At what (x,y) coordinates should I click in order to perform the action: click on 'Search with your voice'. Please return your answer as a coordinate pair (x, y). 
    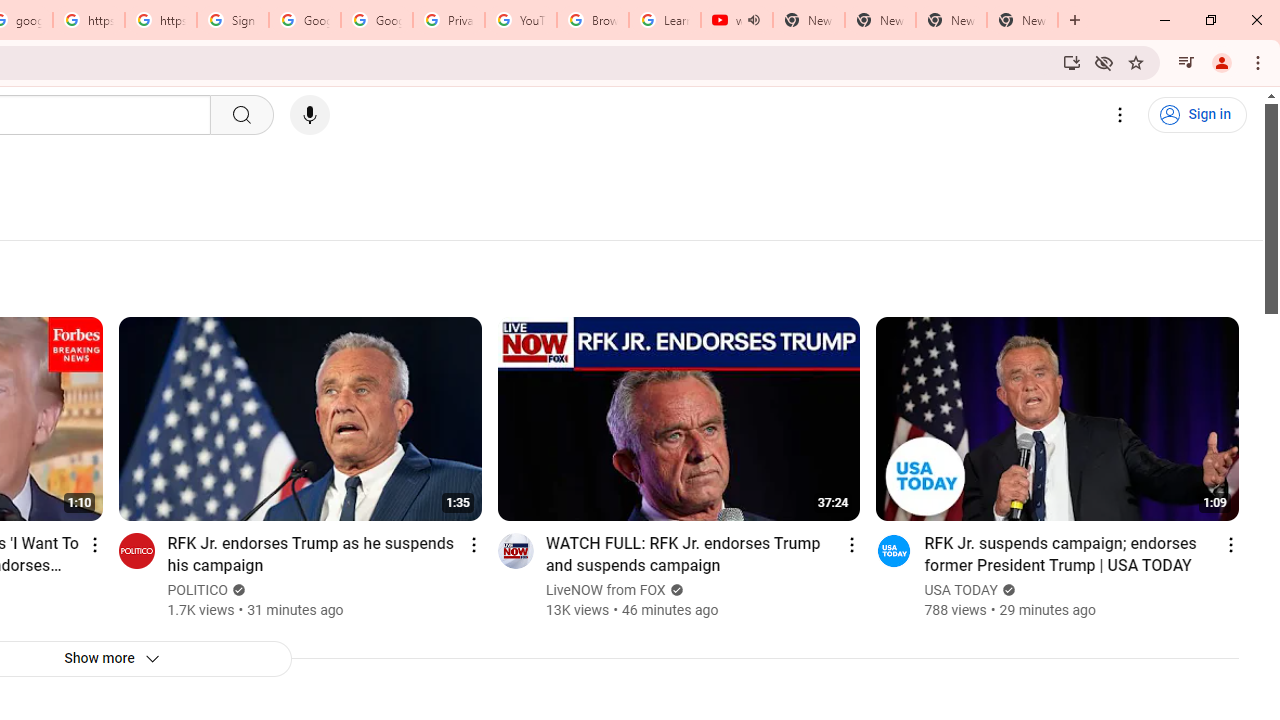
    Looking at the image, I should click on (308, 115).